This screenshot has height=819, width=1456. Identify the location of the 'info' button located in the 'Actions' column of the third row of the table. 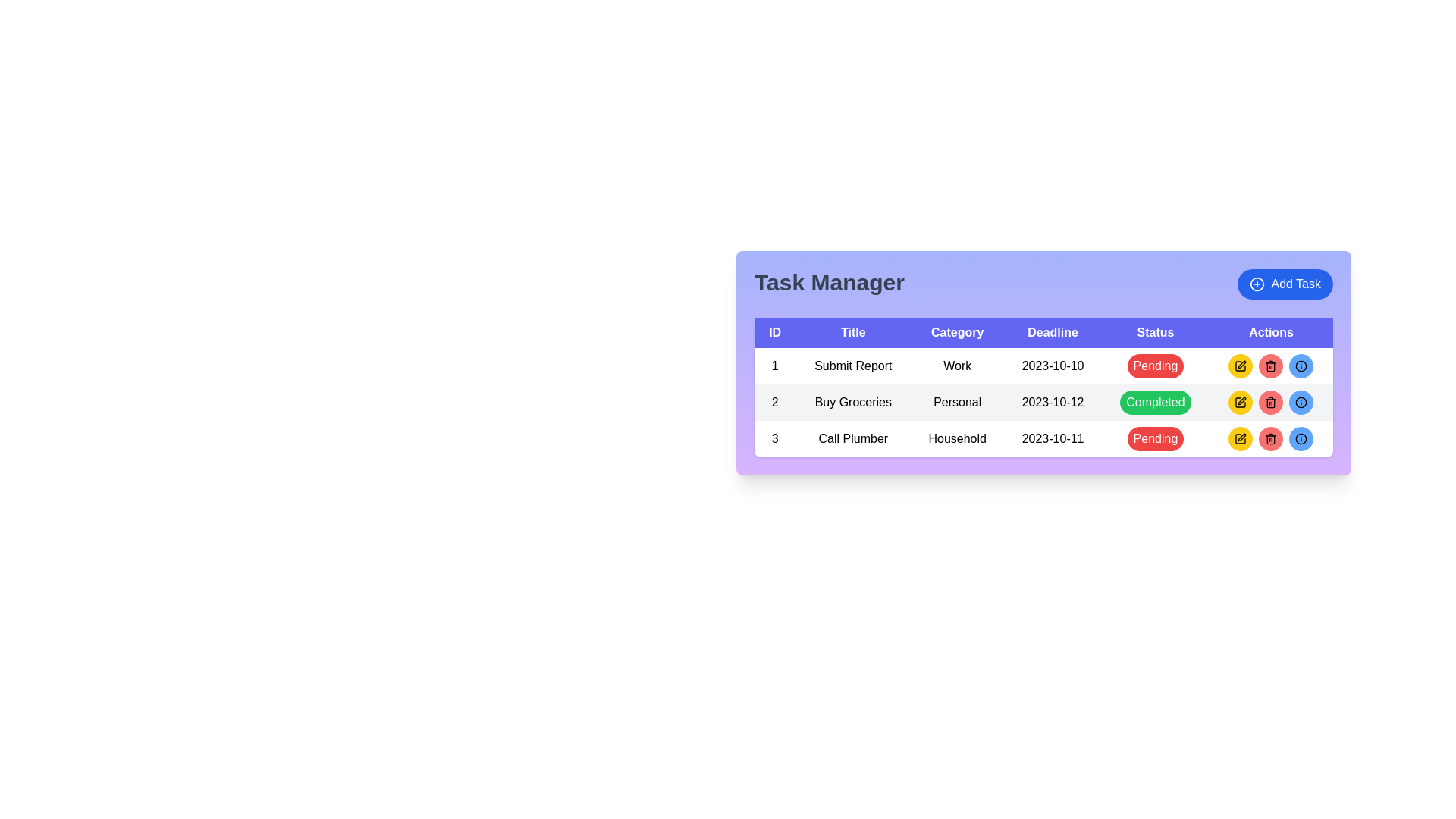
(1301, 366).